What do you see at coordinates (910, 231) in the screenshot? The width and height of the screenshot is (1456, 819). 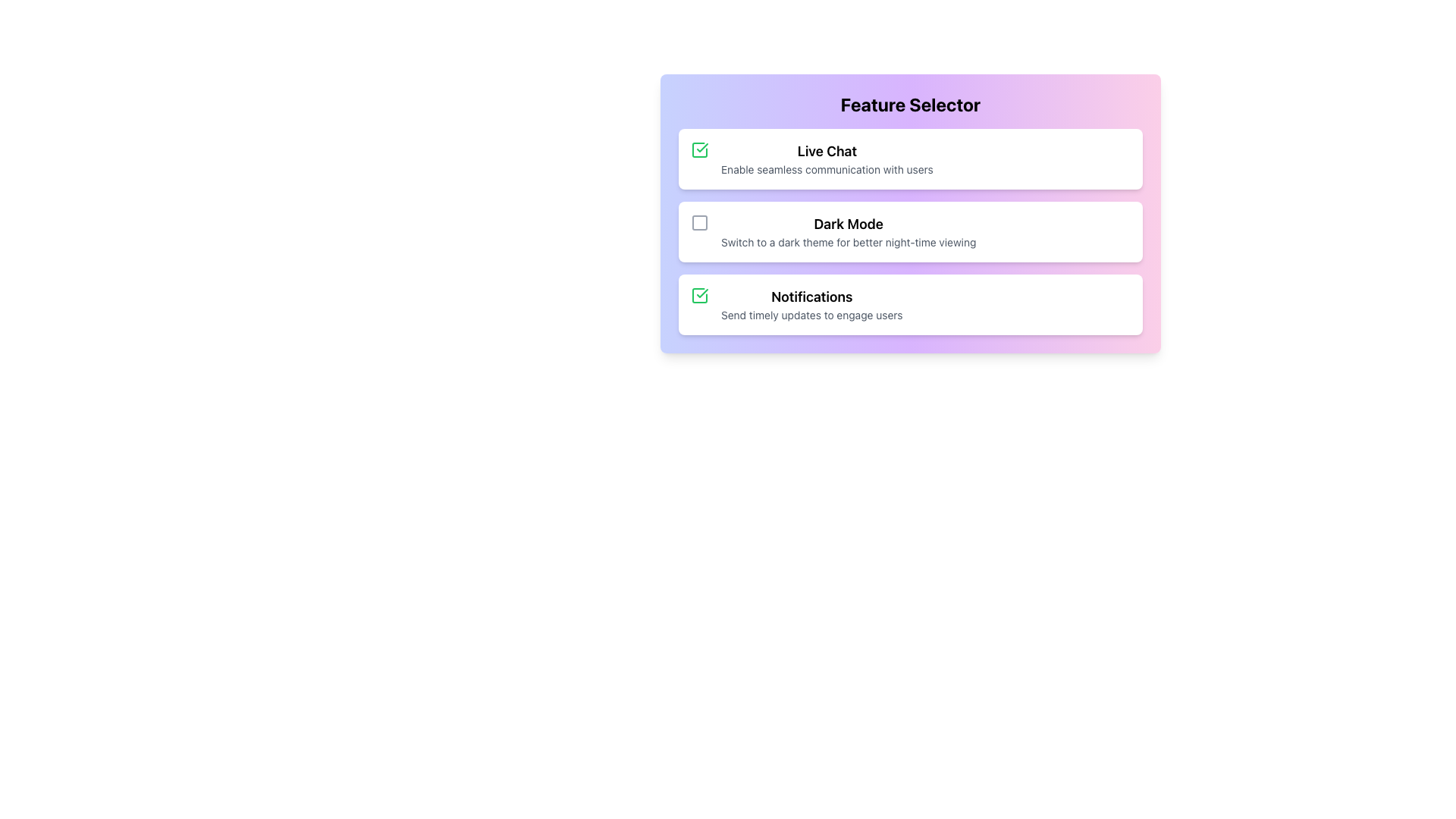 I see `the checkbox on the second Option card in the list` at bounding box center [910, 231].